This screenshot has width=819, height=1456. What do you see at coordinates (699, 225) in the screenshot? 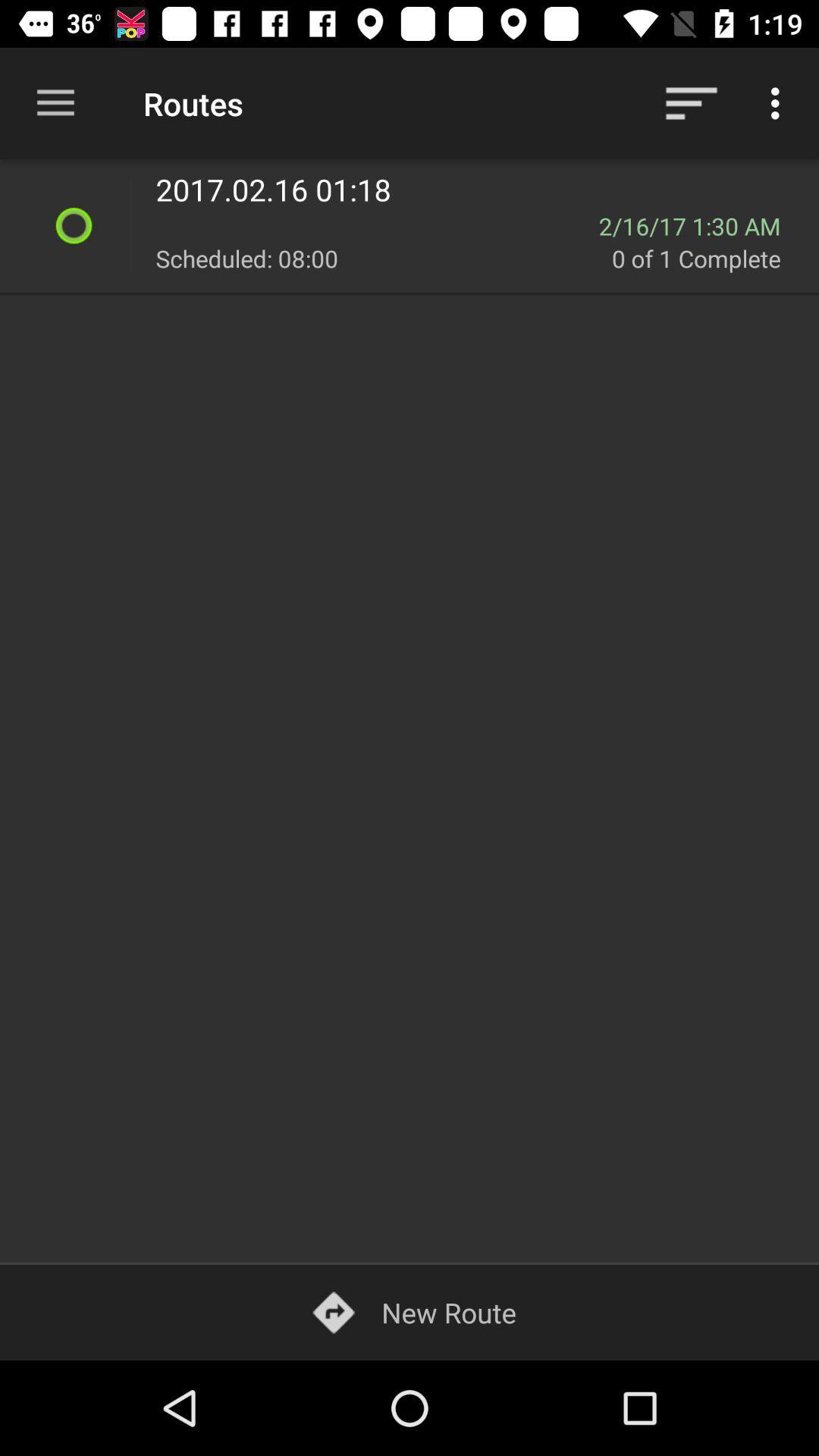
I see `the item below the 2017 02 16 item` at bounding box center [699, 225].